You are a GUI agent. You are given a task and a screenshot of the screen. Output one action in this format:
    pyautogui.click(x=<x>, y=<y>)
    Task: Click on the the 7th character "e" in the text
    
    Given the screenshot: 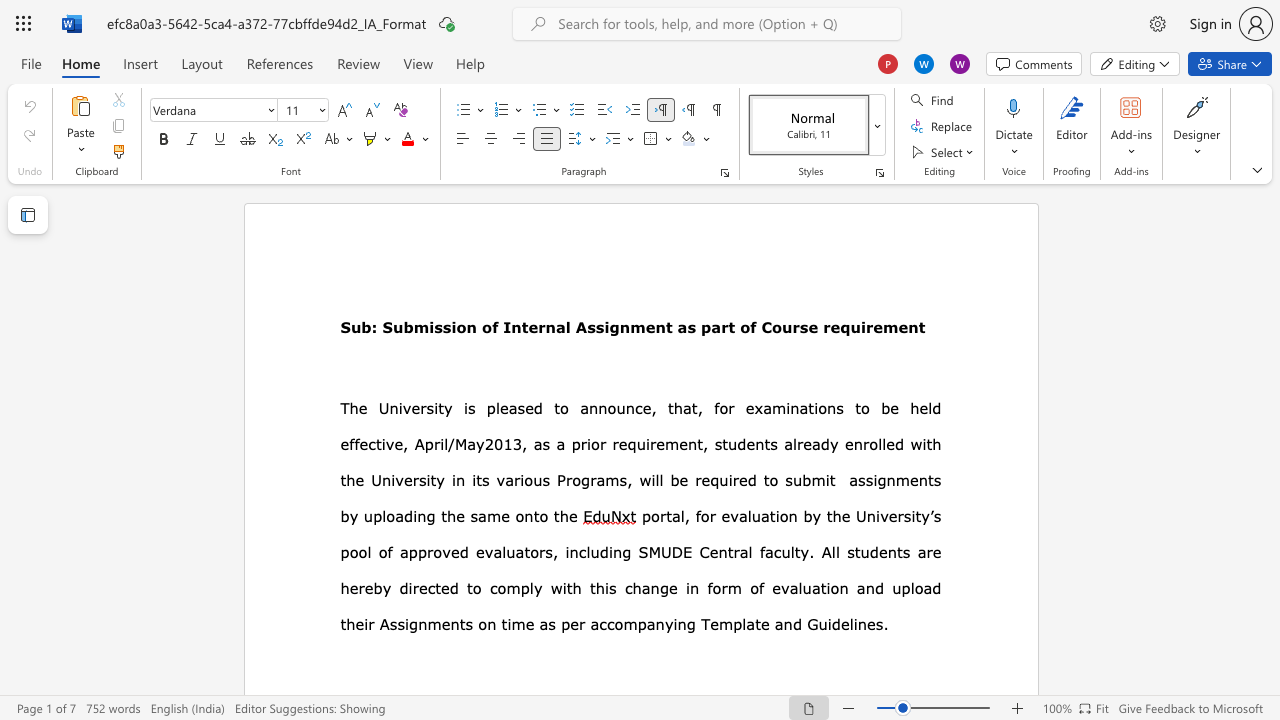 What is the action you would take?
    pyautogui.click(x=714, y=623)
    